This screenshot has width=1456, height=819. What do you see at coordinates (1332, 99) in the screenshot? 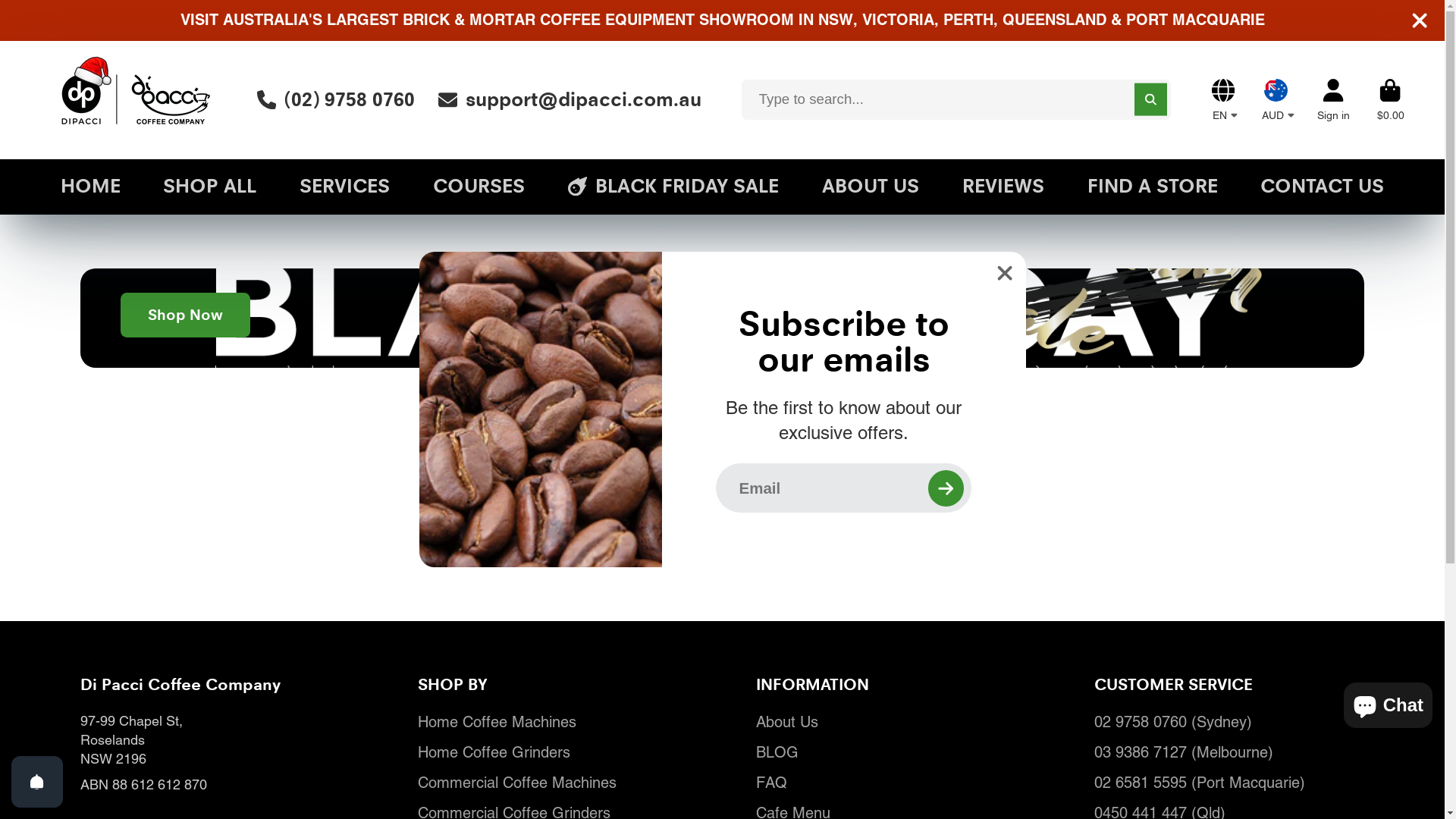
I see `'Account'` at bounding box center [1332, 99].